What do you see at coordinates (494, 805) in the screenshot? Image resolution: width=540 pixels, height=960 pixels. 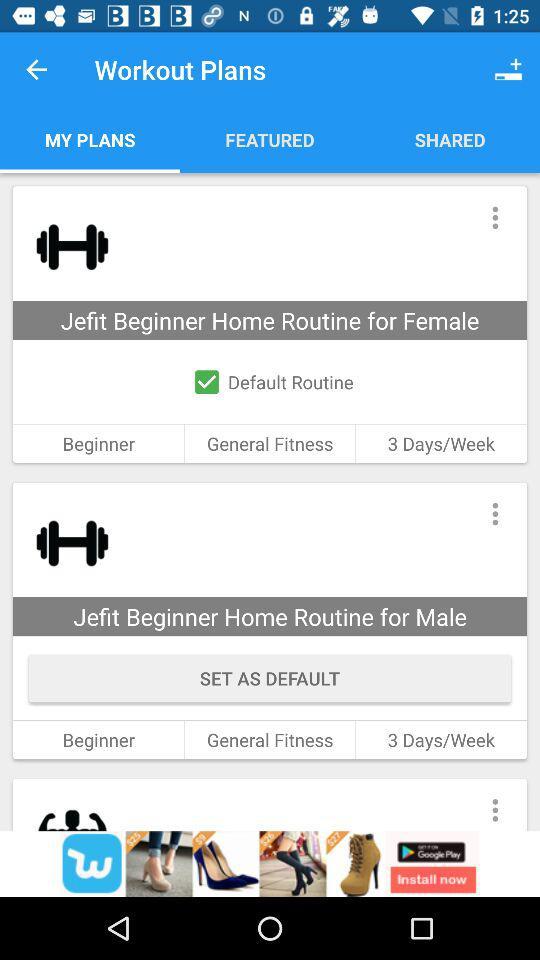 I see `menu` at bounding box center [494, 805].